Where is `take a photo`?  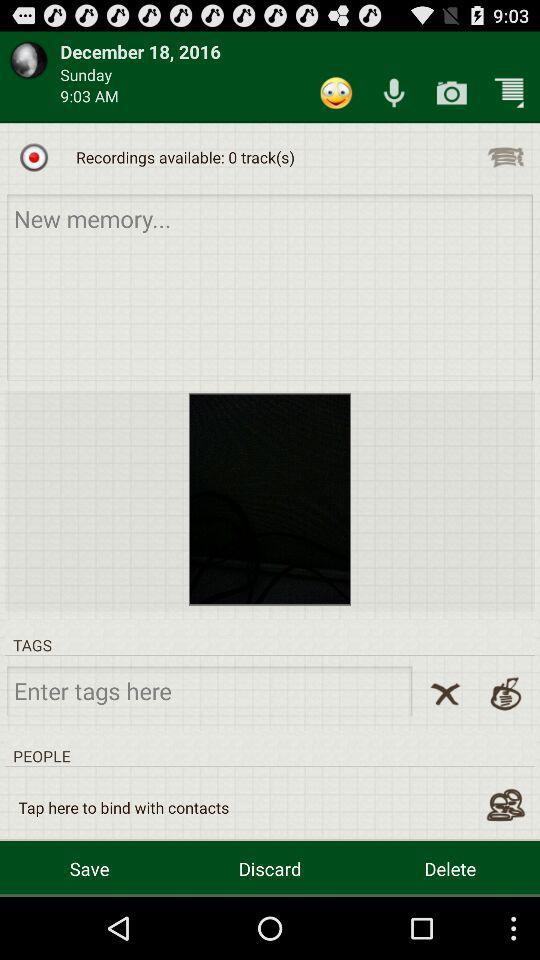
take a photo is located at coordinates (451, 93).